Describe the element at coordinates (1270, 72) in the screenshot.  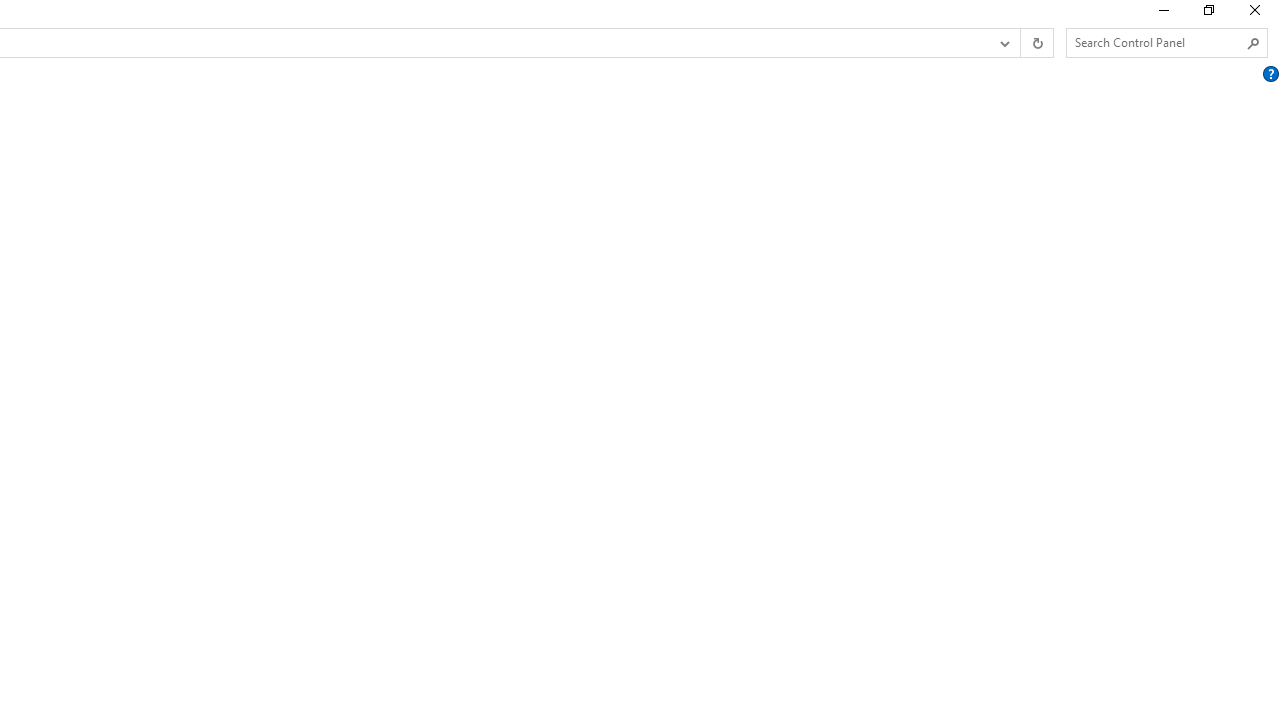
I see `'Help'` at that location.